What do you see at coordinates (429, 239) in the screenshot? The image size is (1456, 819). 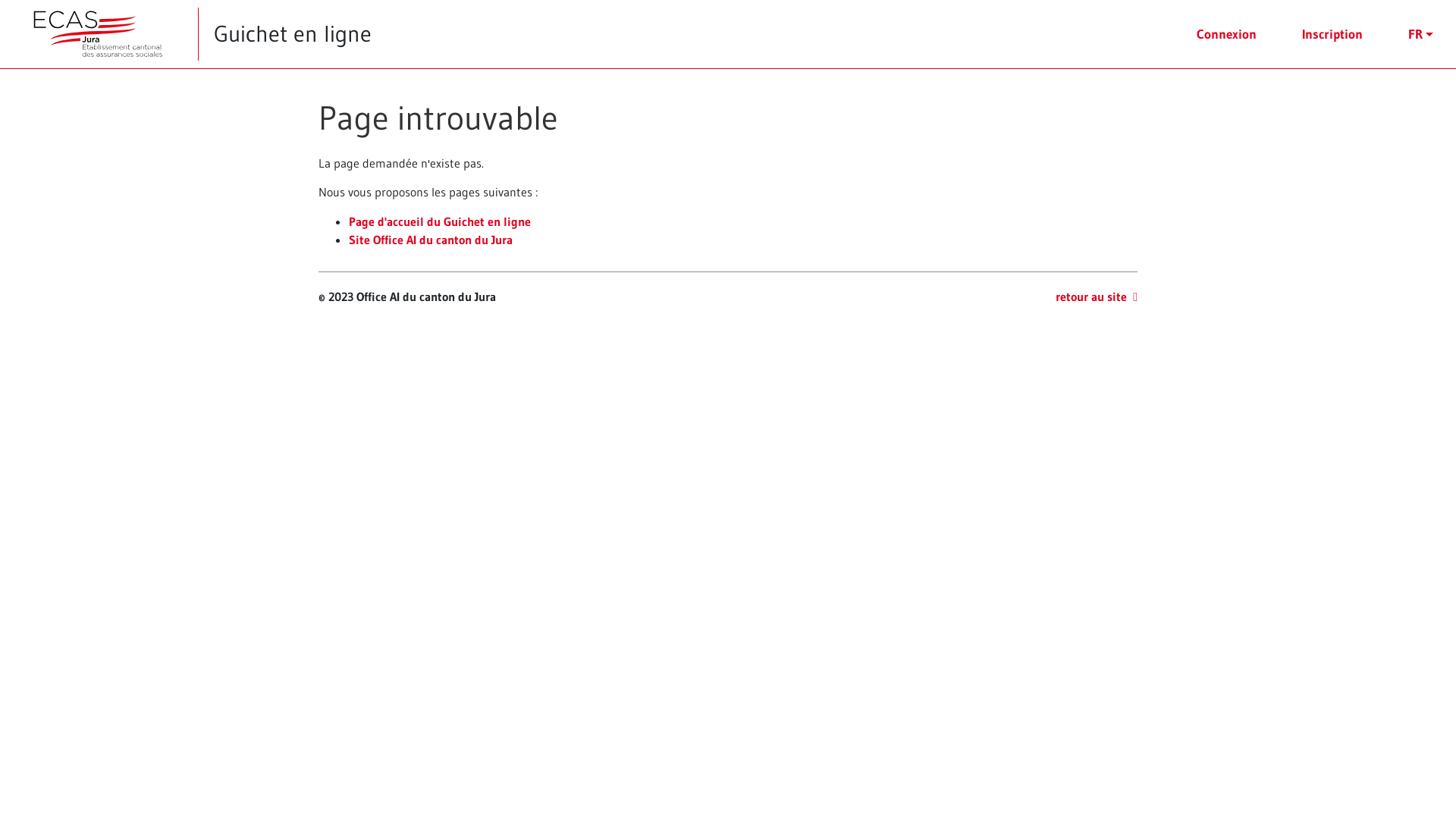 I see `'Site Office AI du canton du Jura'` at bounding box center [429, 239].